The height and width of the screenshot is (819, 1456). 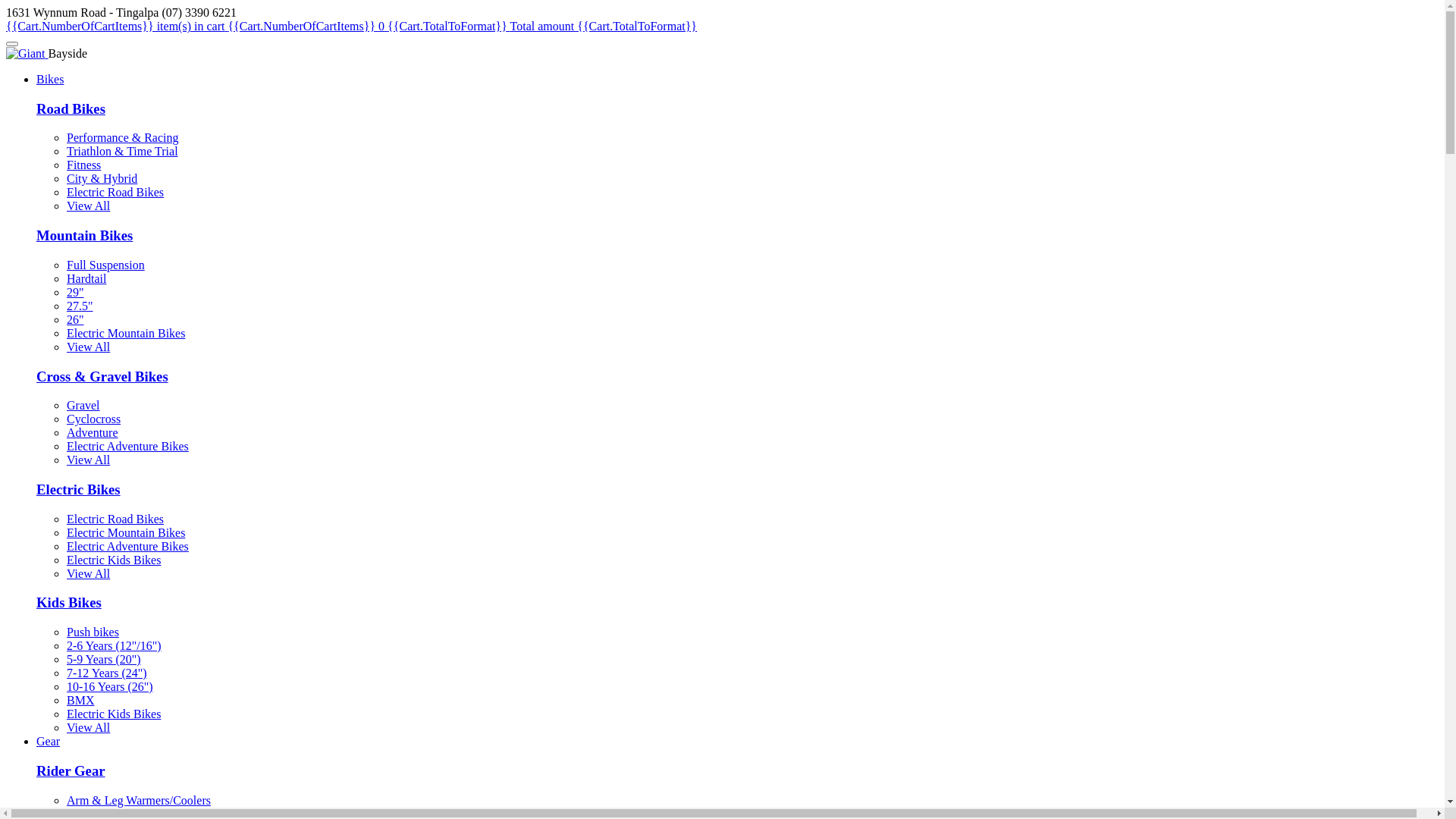 What do you see at coordinates (65, 658) in the screenshot?
I see `'5-9 Years (20")'` at bounding box center [65, 658].